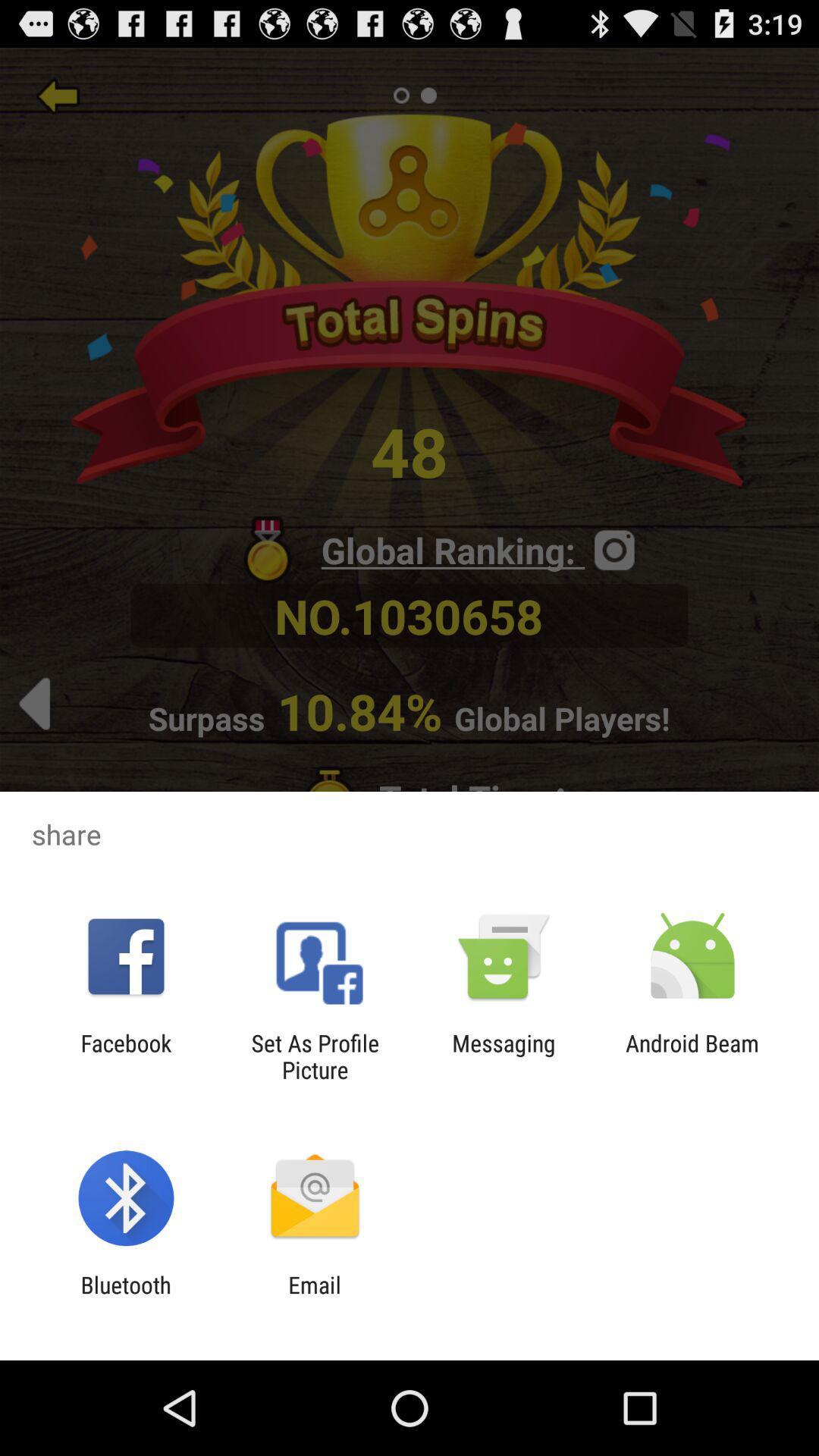  Describe the element at coordinates (692, 1056) in the screenshot. I see `the android beam` at that location.